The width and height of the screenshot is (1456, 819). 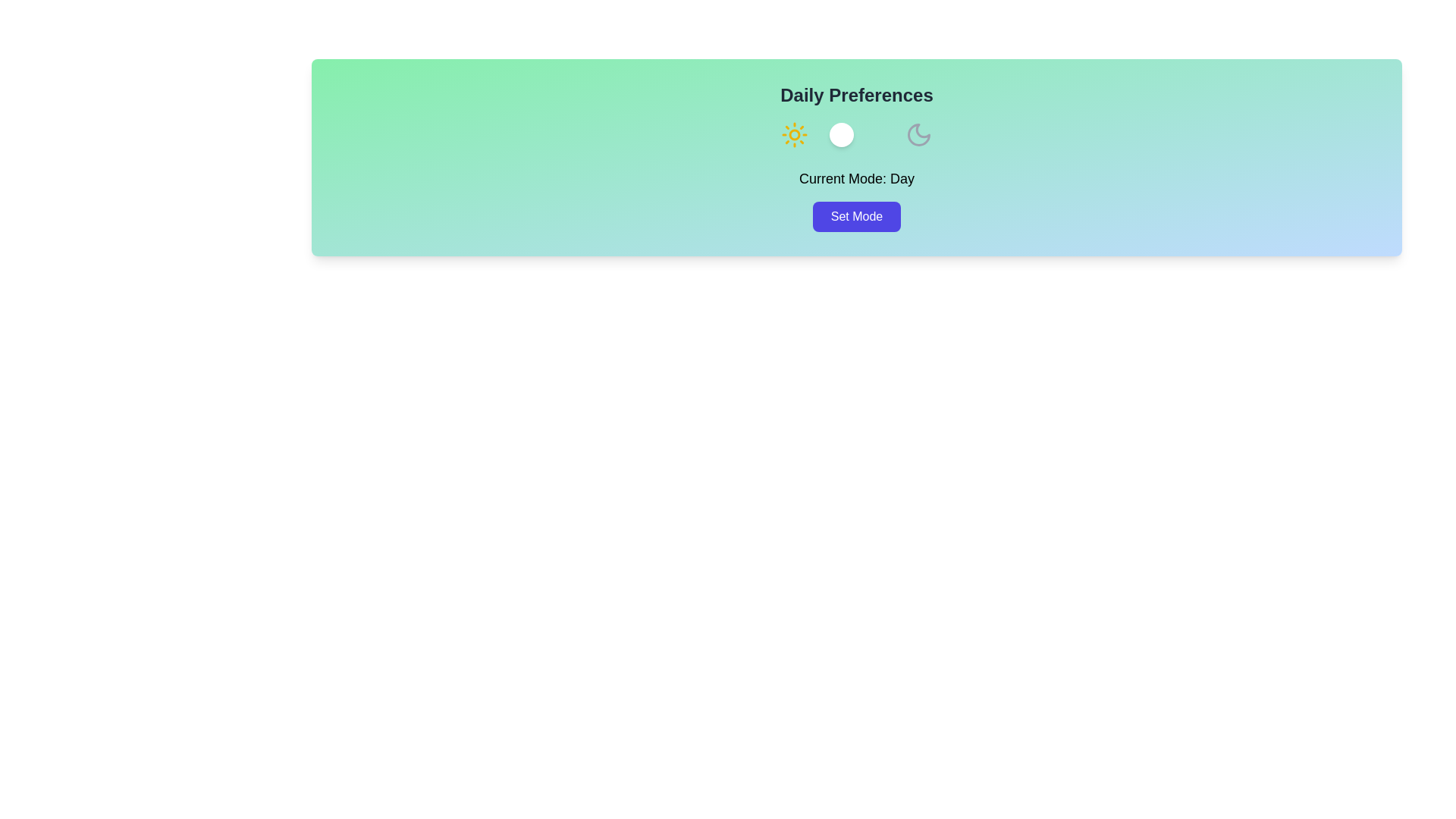 I want to click on the 'Set Mode' button to trigger the mode setting action, so click(x=856, y=216).